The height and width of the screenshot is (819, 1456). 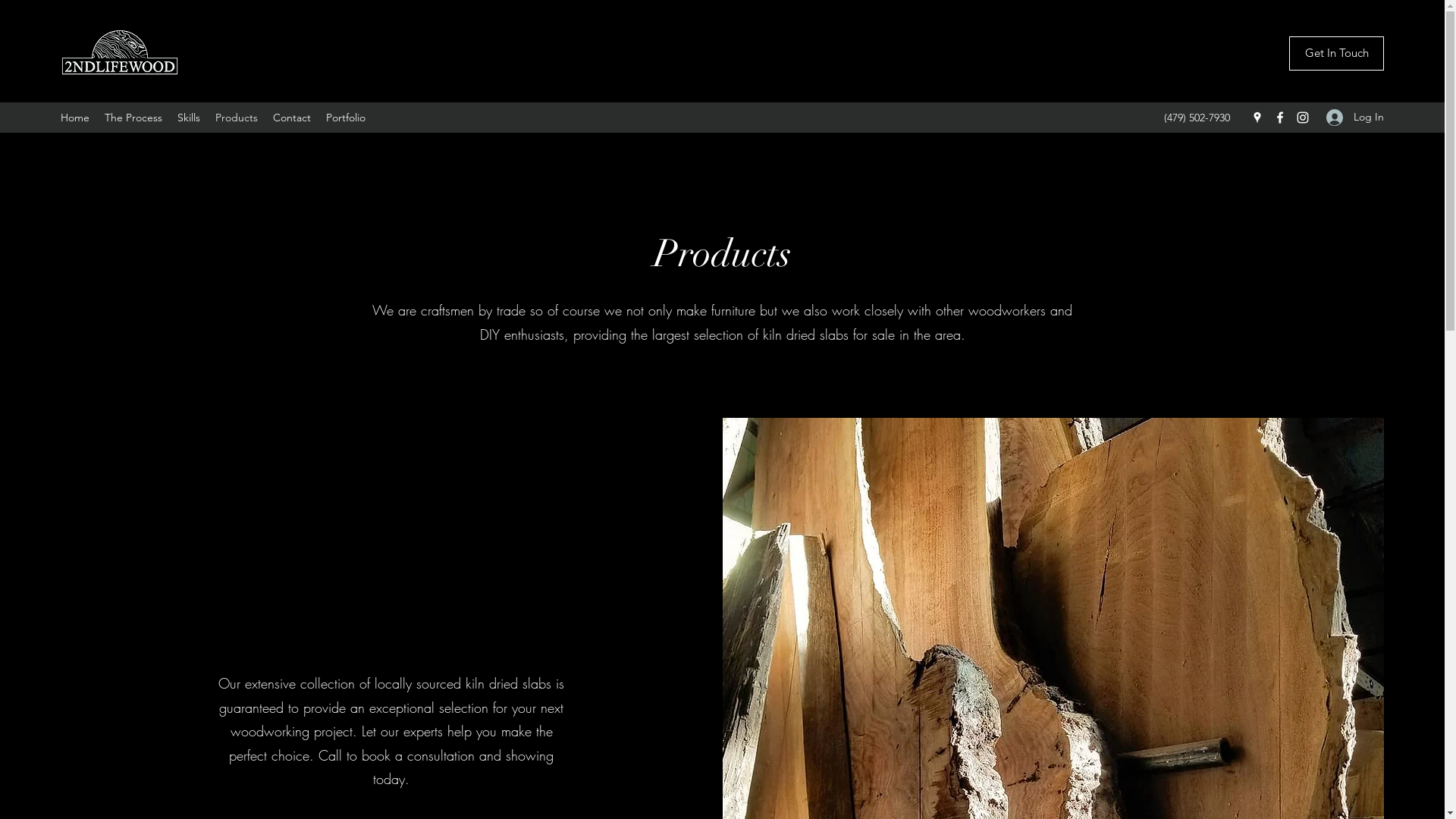 What do you see at coordinates (236, 116) in the screenshot?
I see `'Products'` at bounding box center [236, 116].